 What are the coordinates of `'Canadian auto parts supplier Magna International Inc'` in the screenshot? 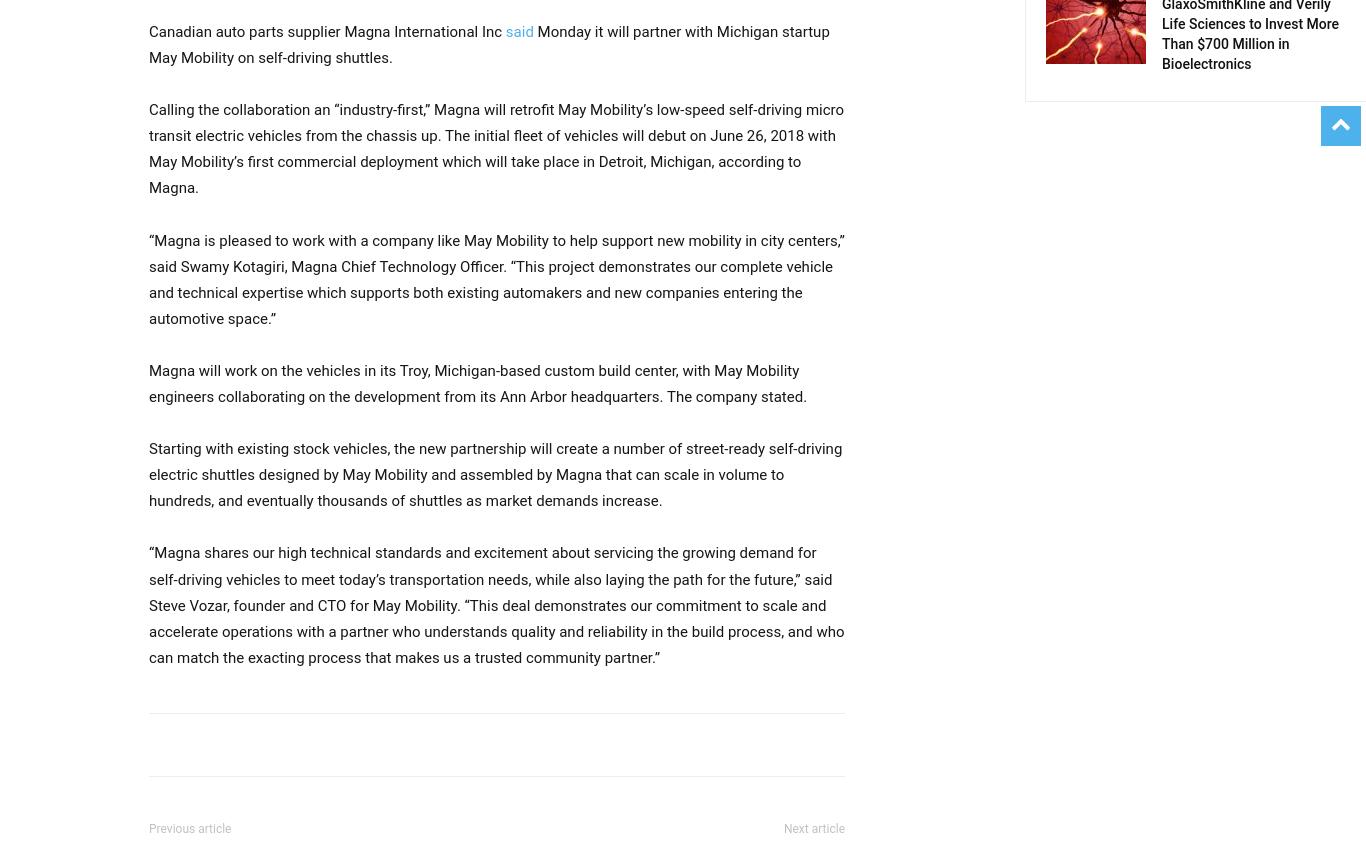 It's located at (327, 30).